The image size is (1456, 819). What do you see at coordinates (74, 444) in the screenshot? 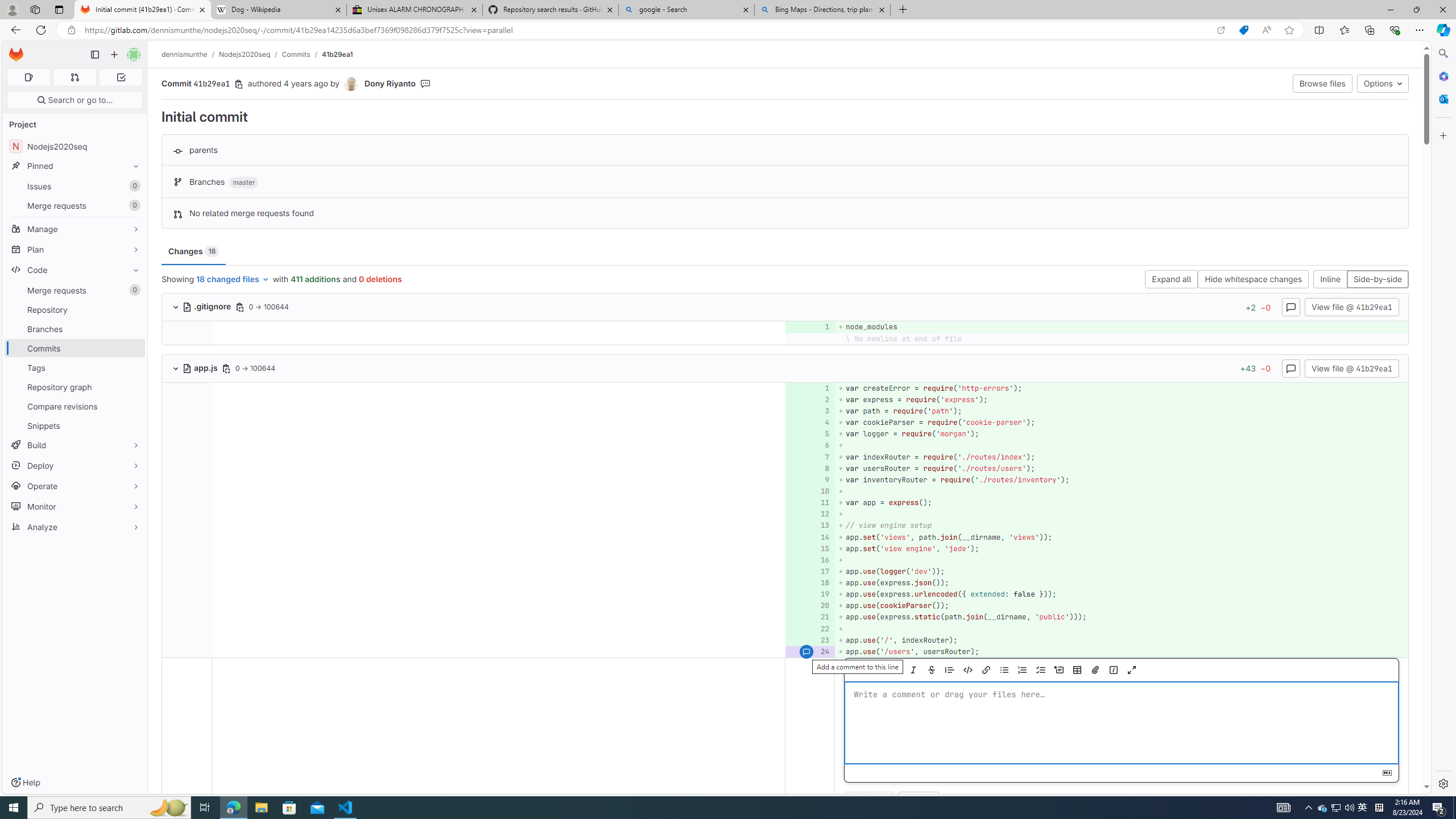
I see `'Build'` at bounding box center [74, 444].